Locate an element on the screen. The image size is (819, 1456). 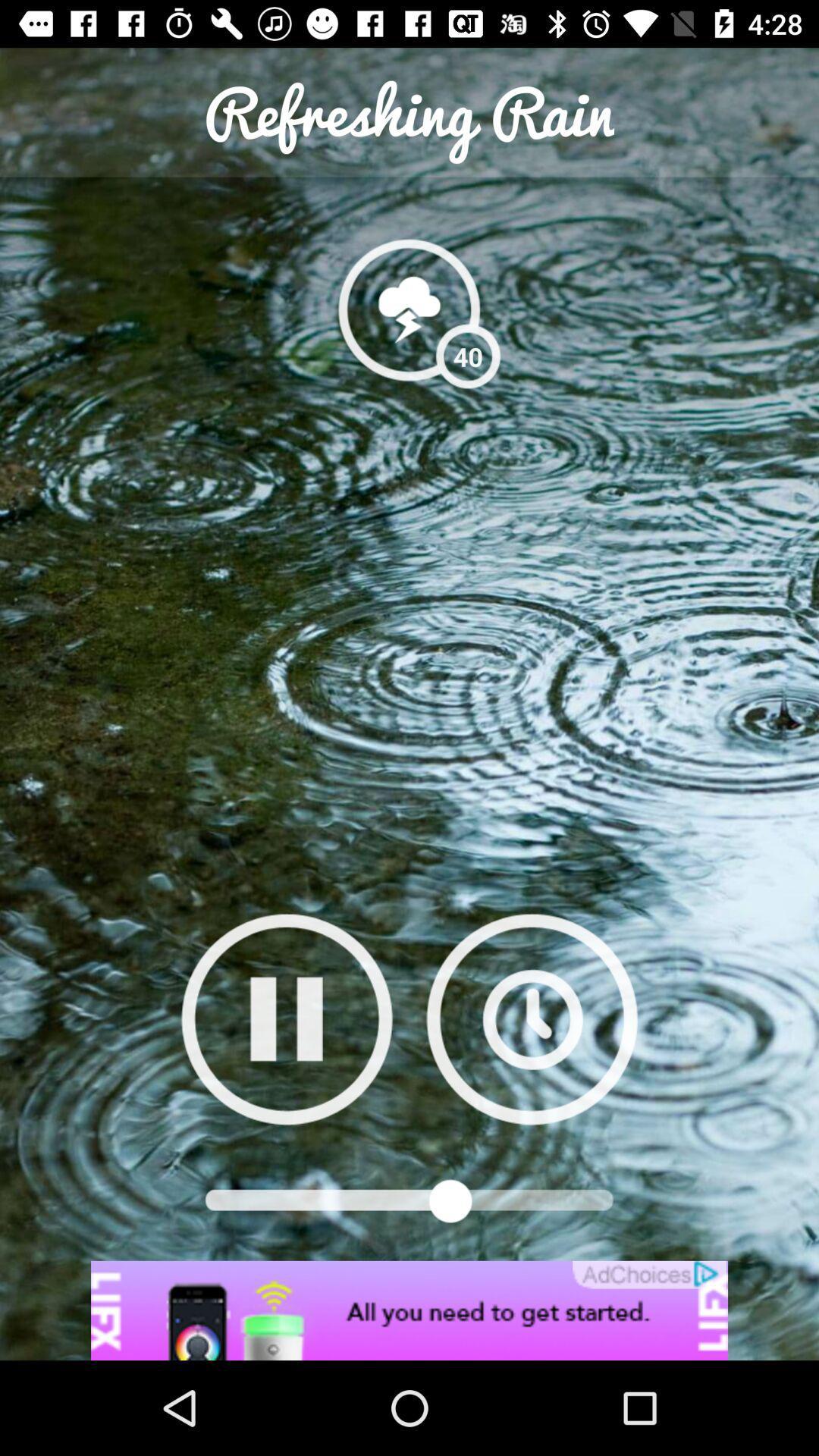
pause is located at coordinates (287, 1018).